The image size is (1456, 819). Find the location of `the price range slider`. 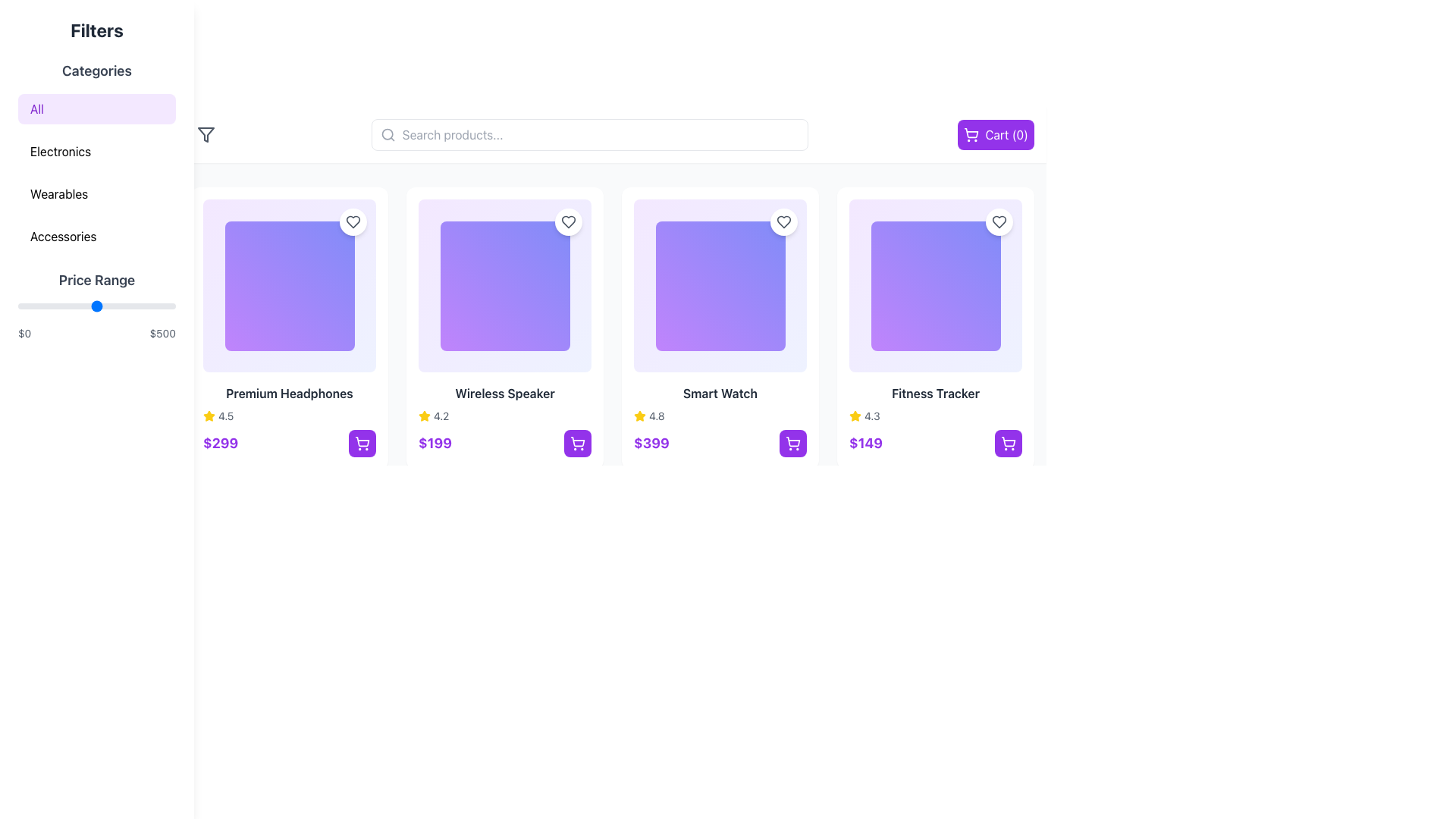

the price range slider is located at coordinates (49, 306).